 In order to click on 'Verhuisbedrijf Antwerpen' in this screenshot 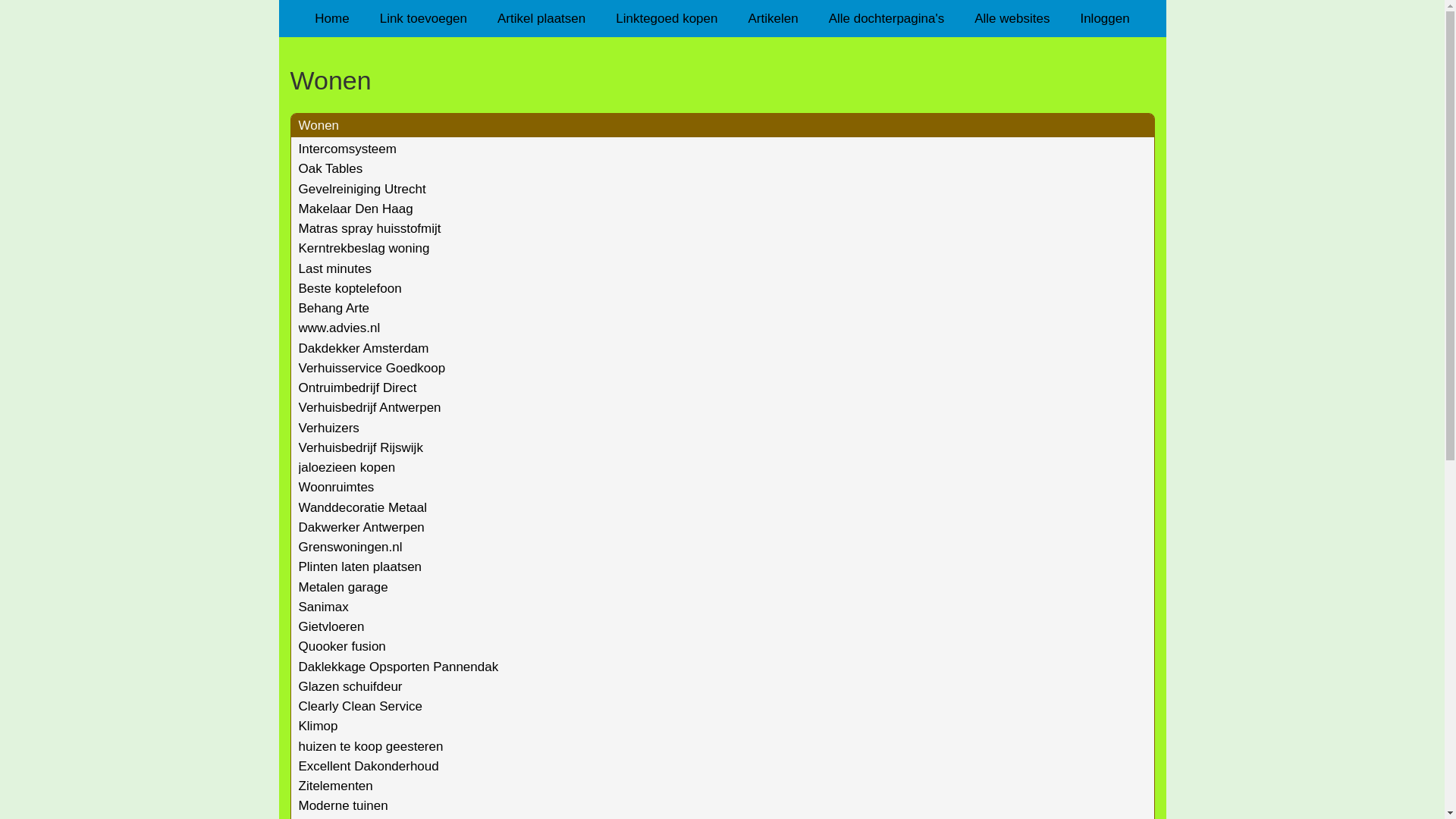, I will do `click(370, 406)`.